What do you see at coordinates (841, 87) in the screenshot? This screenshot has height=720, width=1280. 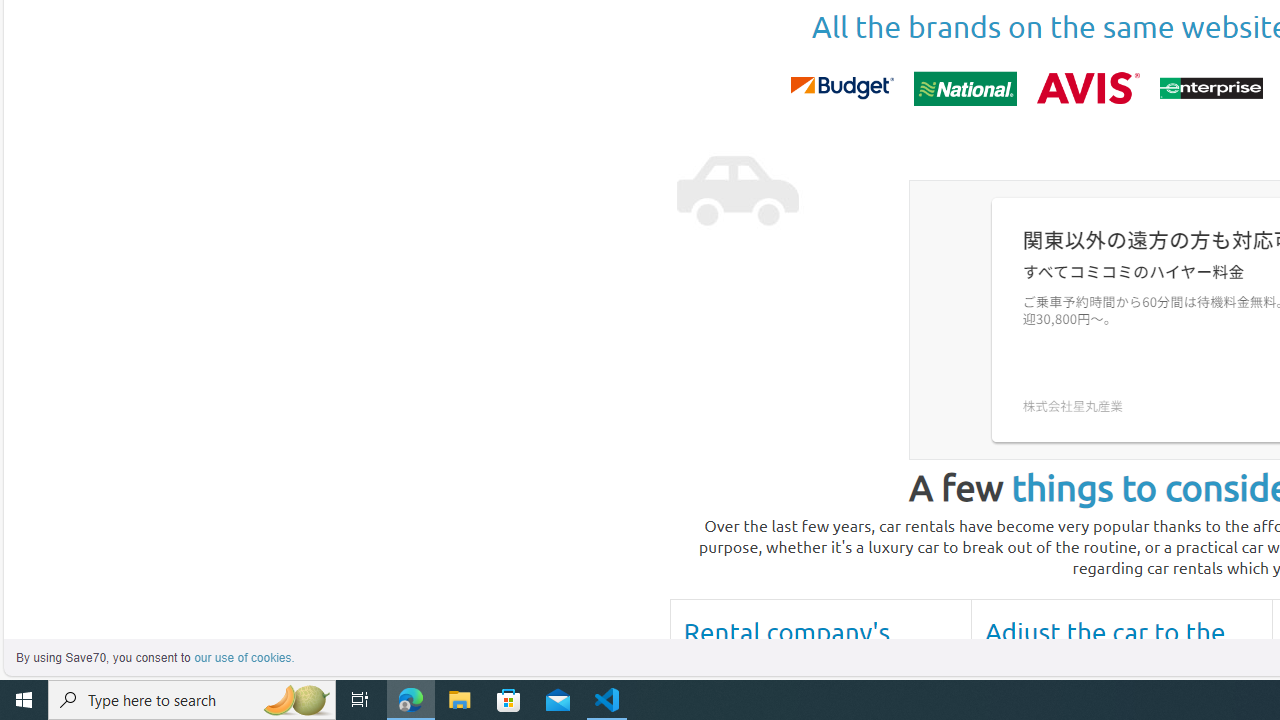 I see `'Budget'` at bounding box center [841, 87].